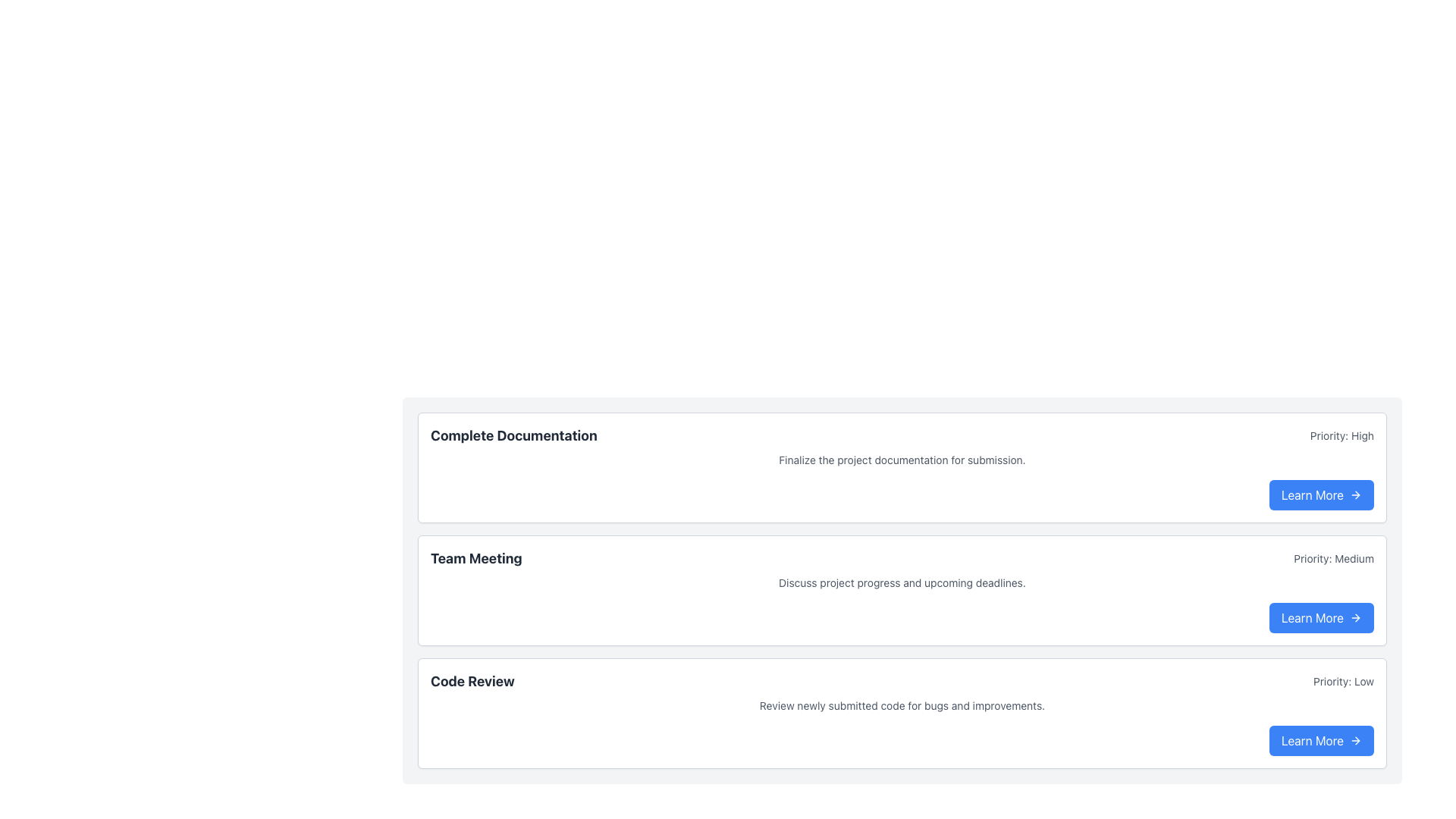 Image resolution: width=1456 pixels, height=819 pixels. Describe the element at coordinates (902, 705) in the screenshot. I see `the Text Label that provides information about the task 'Review newly submitted code for bugs and improvements' within the 'Code Review' card, located beneath the summary text 'Priority: Low' and above the 'Learn More' button` at that location.